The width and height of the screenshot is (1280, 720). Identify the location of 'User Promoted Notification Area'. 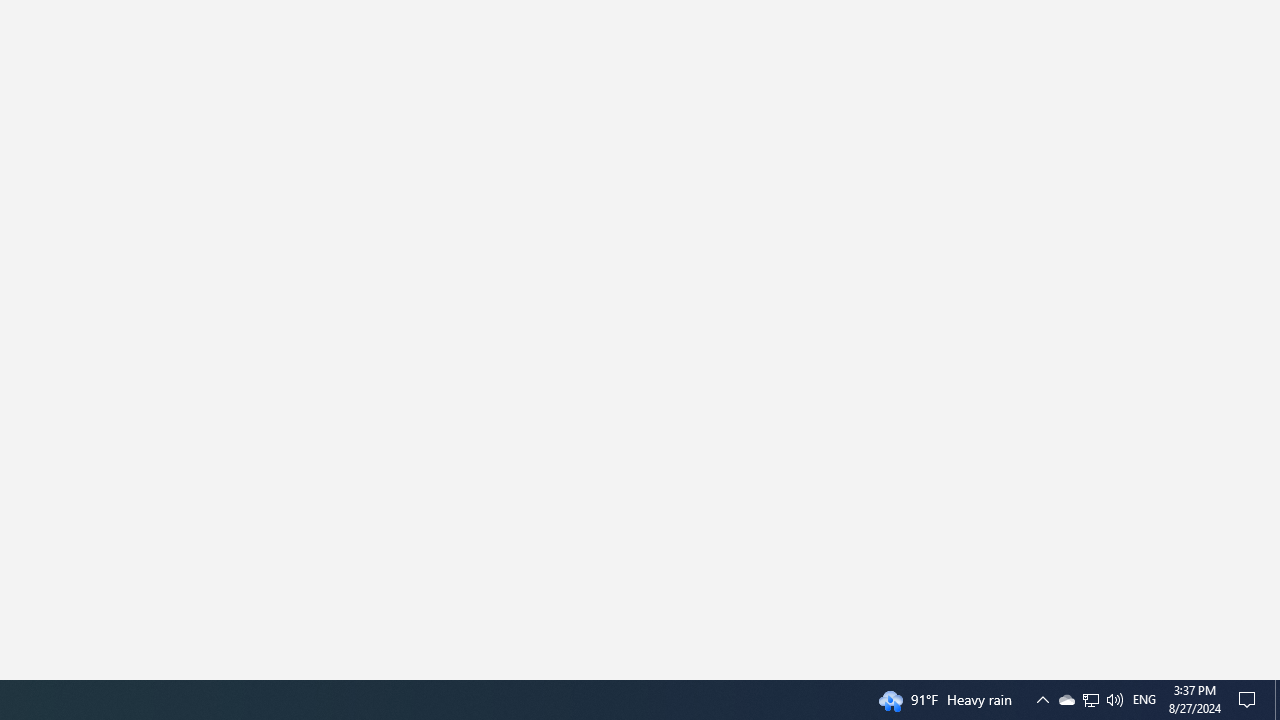
(1089, 698).